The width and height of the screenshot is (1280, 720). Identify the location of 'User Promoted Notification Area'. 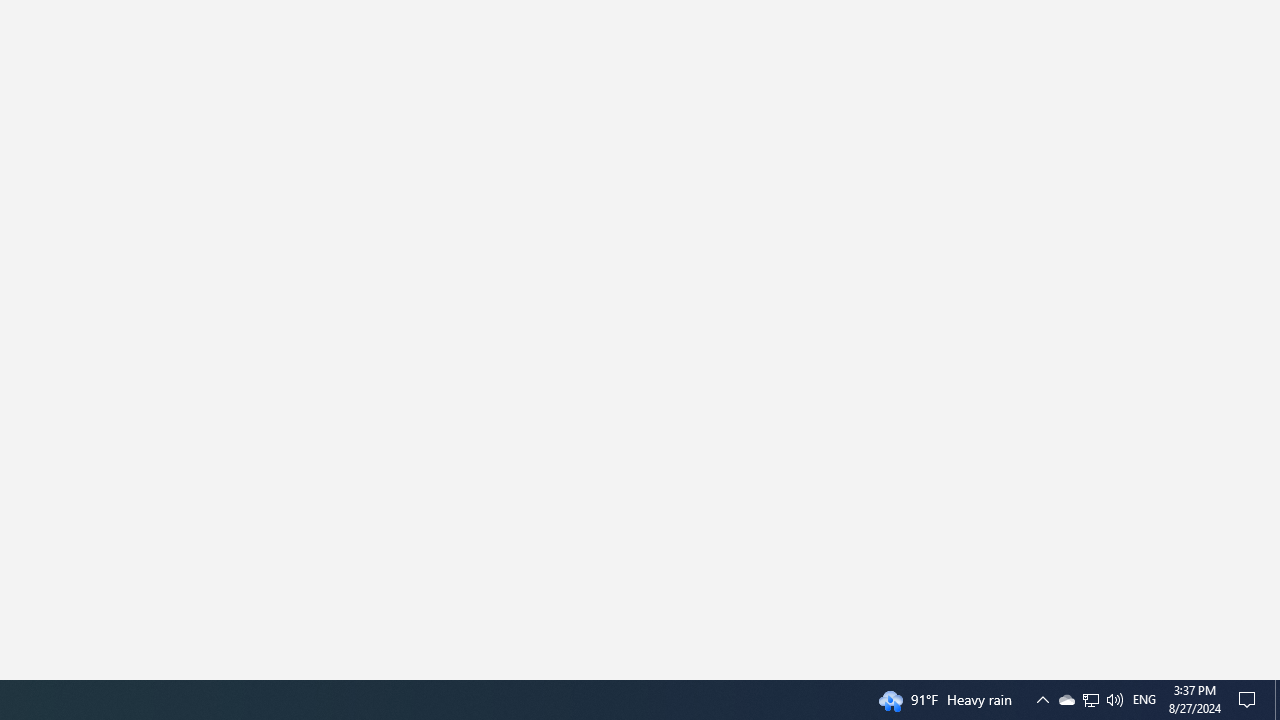
(1089, 698).